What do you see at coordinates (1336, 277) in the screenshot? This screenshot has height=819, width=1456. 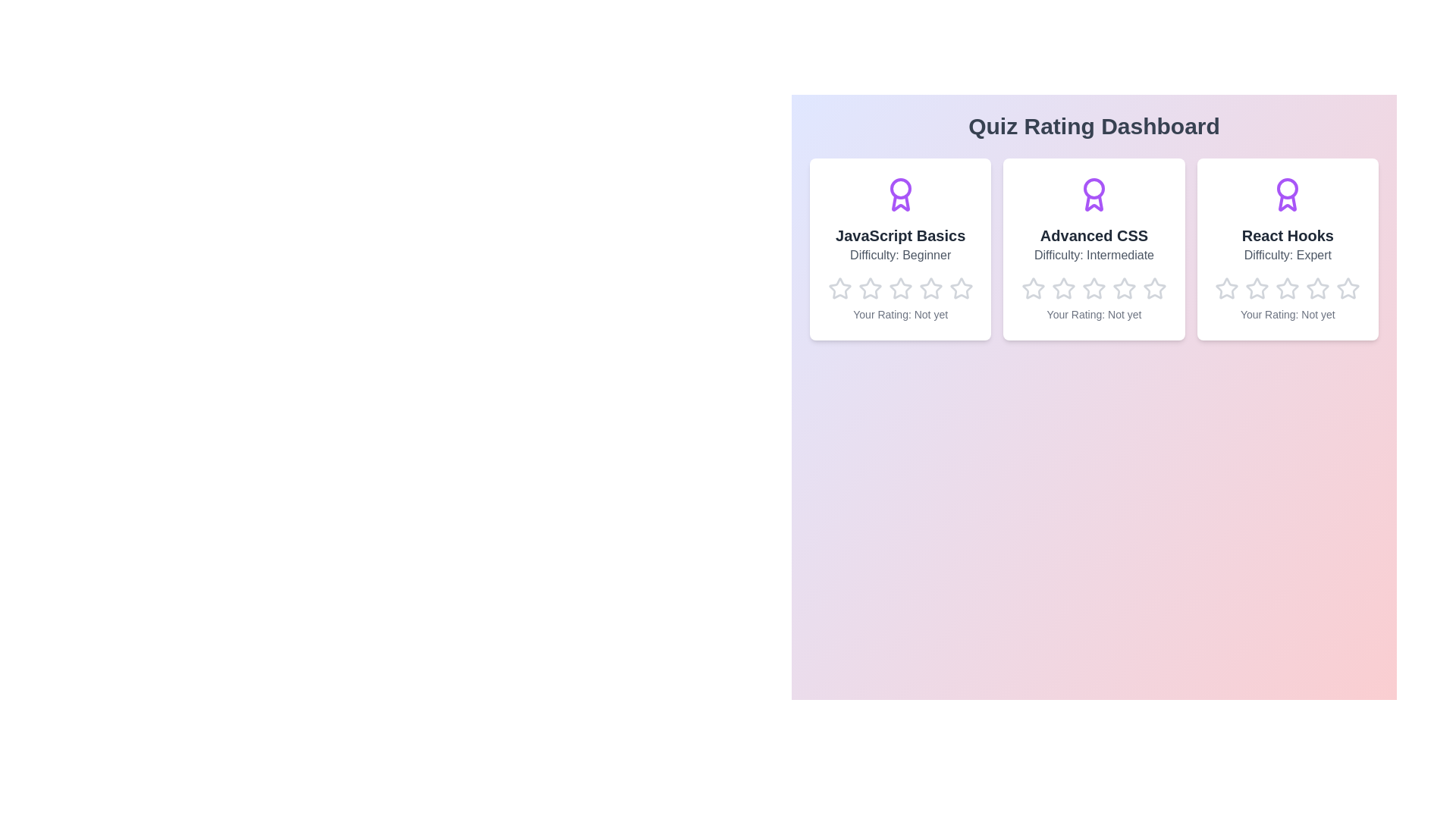 I see `the star corresponding to the rating 5 for the quiz React Hooks` at bounding box center [1336, 277].